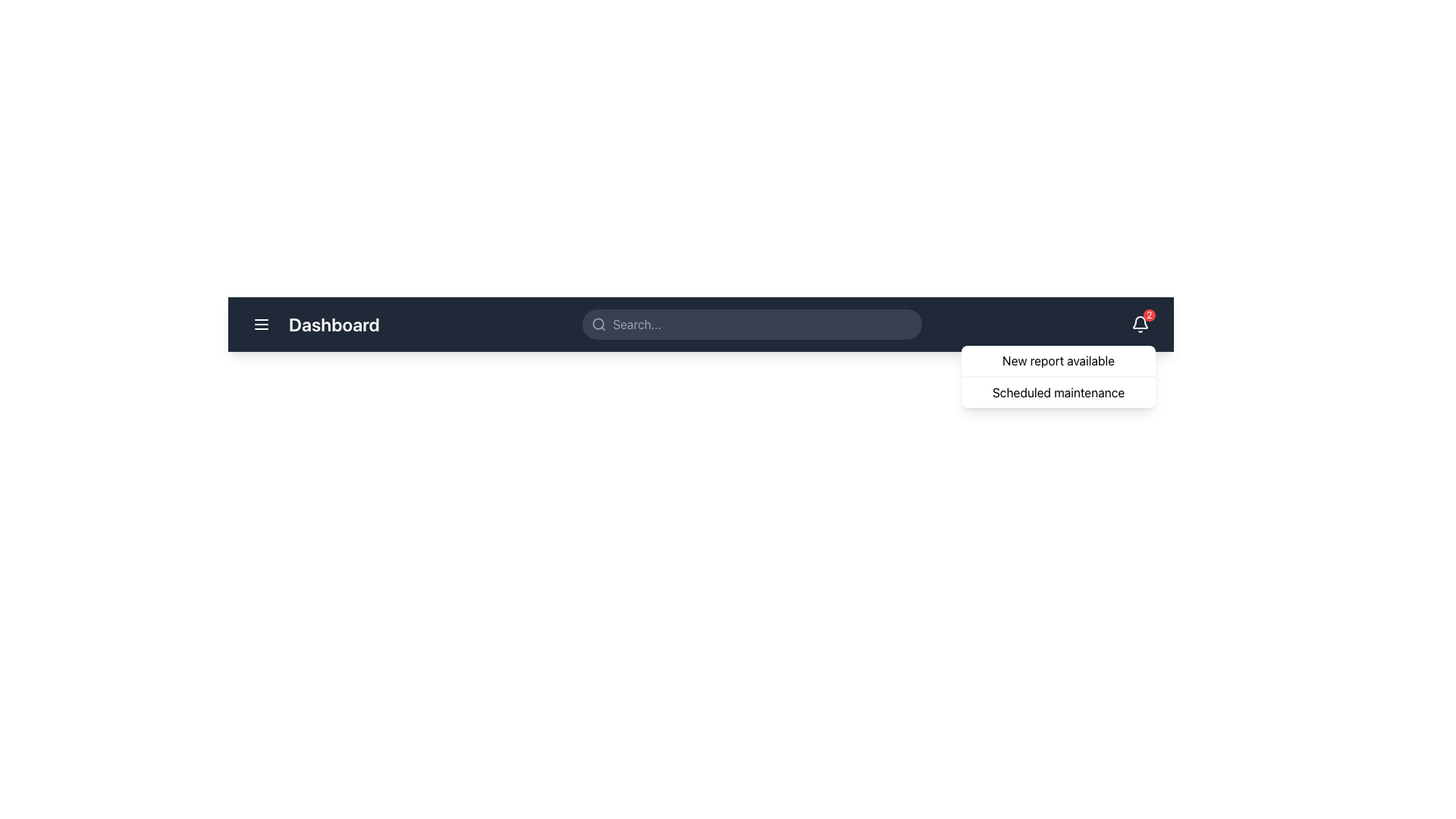 The width and height of the screenshot is (1456, 819). Describe the element at coordinates (598, 324) in the screenshot. I see `the search icon located on the left side of the search bar, which serves as a visual cue for the search functionality` at that location.